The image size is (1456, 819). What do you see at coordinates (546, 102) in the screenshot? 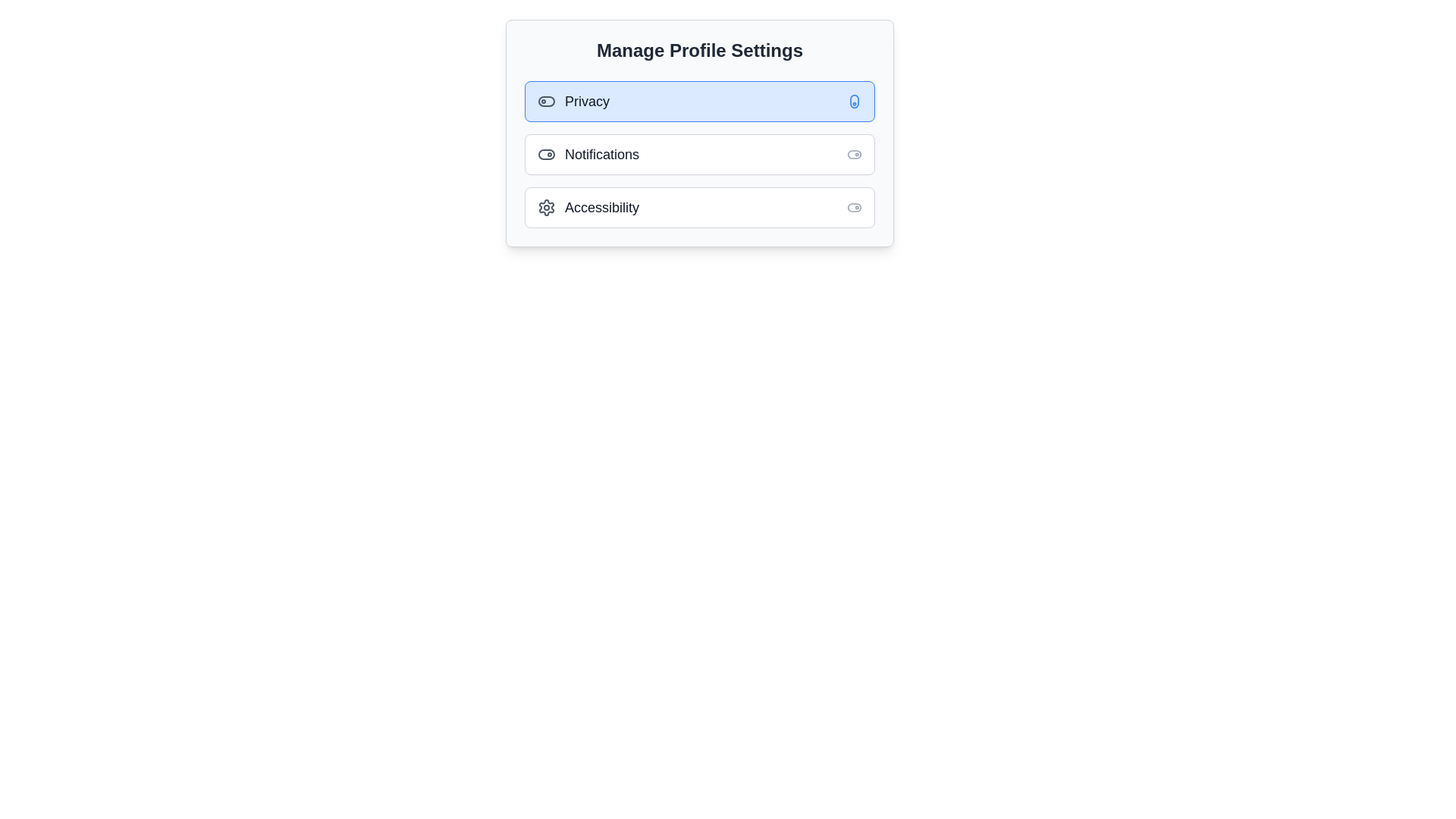
I see `the SVG rectangle element that serves as the background for the toggle state indicator of the 'Privacy' option toggle switch, which is positioned at the top of the settings list` at bounding box center [546, 102].